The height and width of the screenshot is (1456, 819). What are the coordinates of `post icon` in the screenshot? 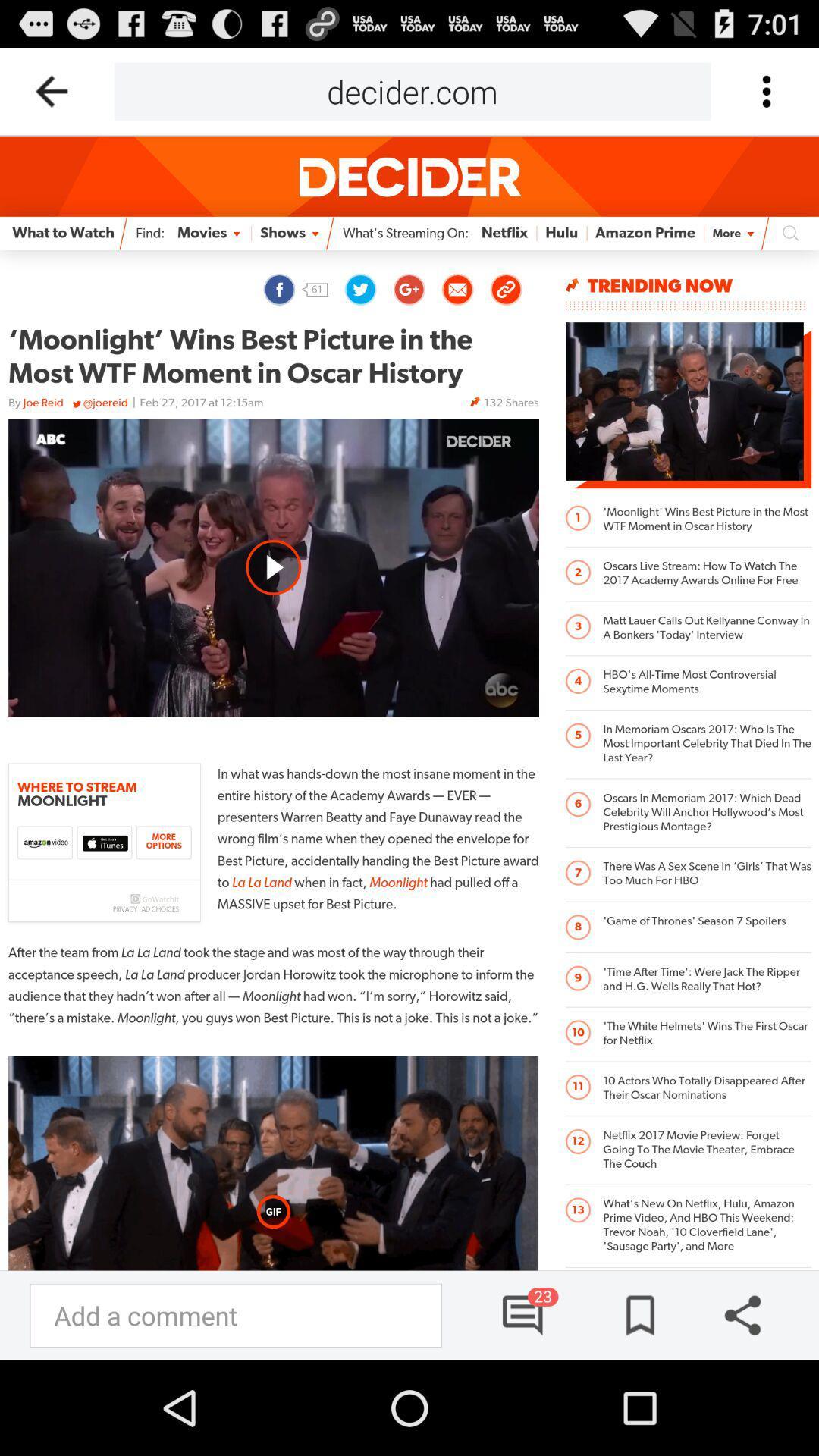 It's located at (635, 1314).